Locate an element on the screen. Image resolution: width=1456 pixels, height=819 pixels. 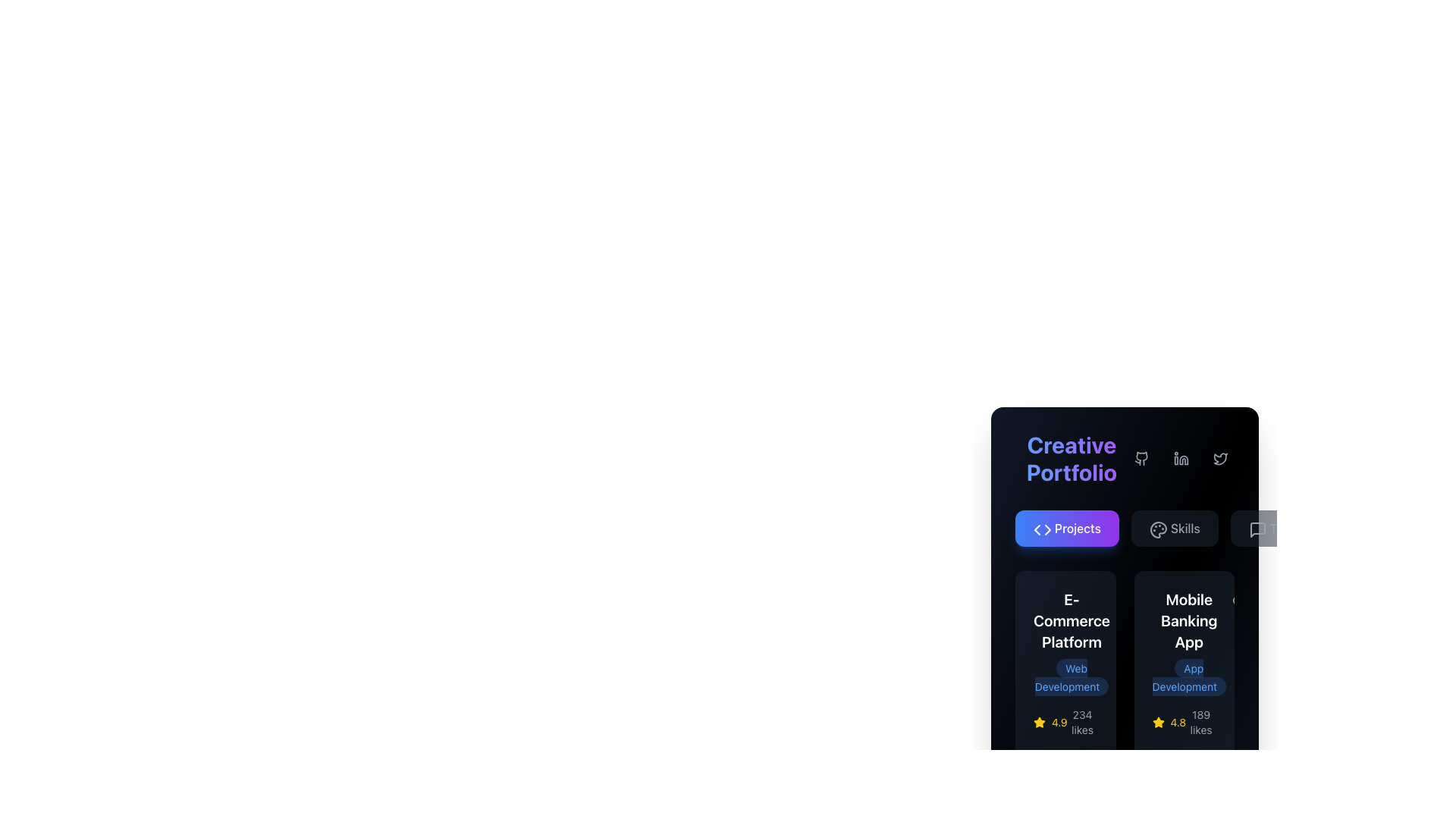
the 'App Development' badge located beneath the 'Mobile Banking App' text, which indicates a relevant characteristic of the section is located at coordinates (1188, 676).